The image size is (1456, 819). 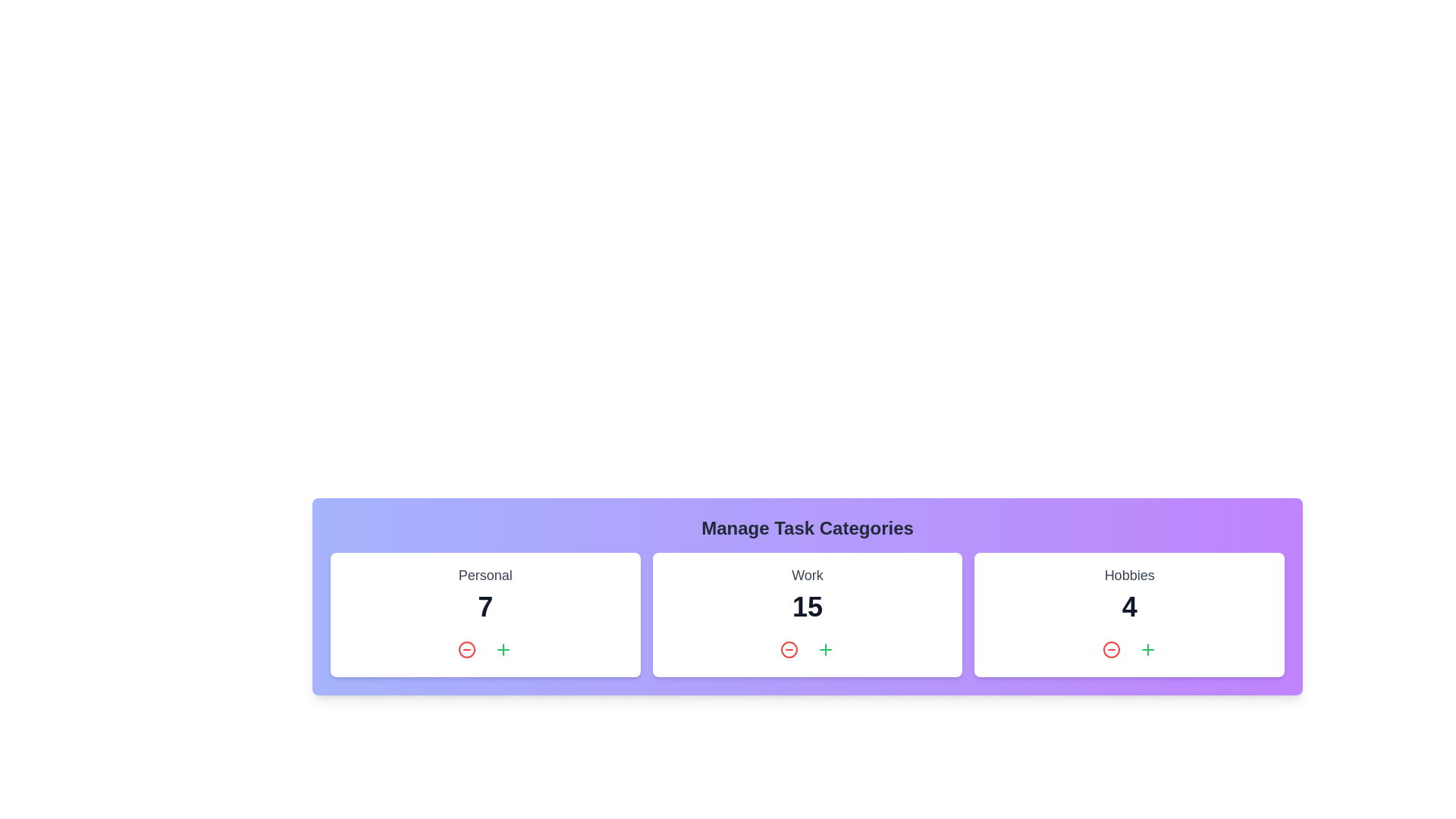 I want to click on the task count '7' of the 'Personal' category, so click(x=484, y=607).